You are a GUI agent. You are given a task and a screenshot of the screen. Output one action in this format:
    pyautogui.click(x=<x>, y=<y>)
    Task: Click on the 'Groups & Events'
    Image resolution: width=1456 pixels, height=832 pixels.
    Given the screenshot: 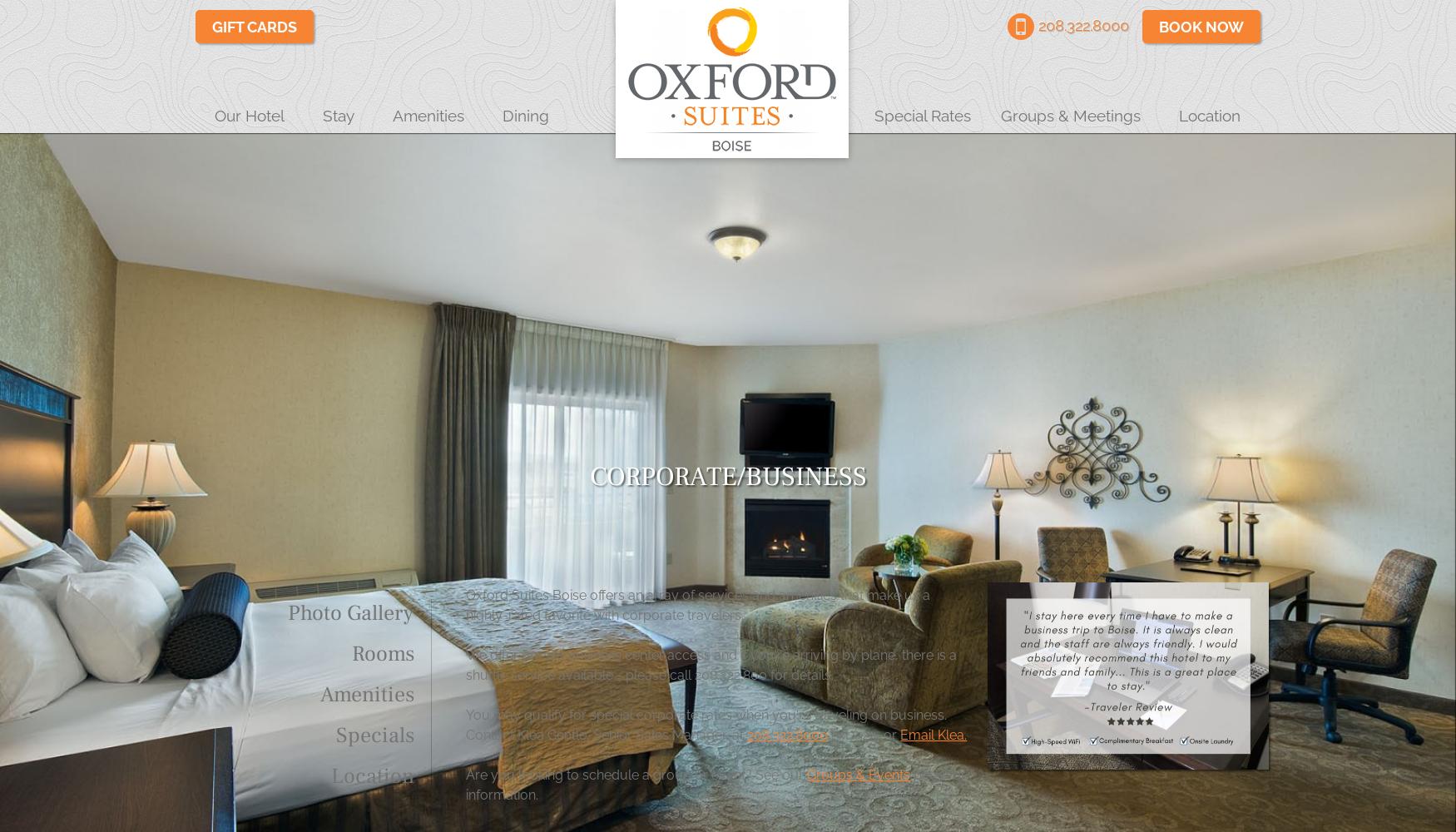 What is the action you would take?
    pyautogui.click(x=857, y=775)
    